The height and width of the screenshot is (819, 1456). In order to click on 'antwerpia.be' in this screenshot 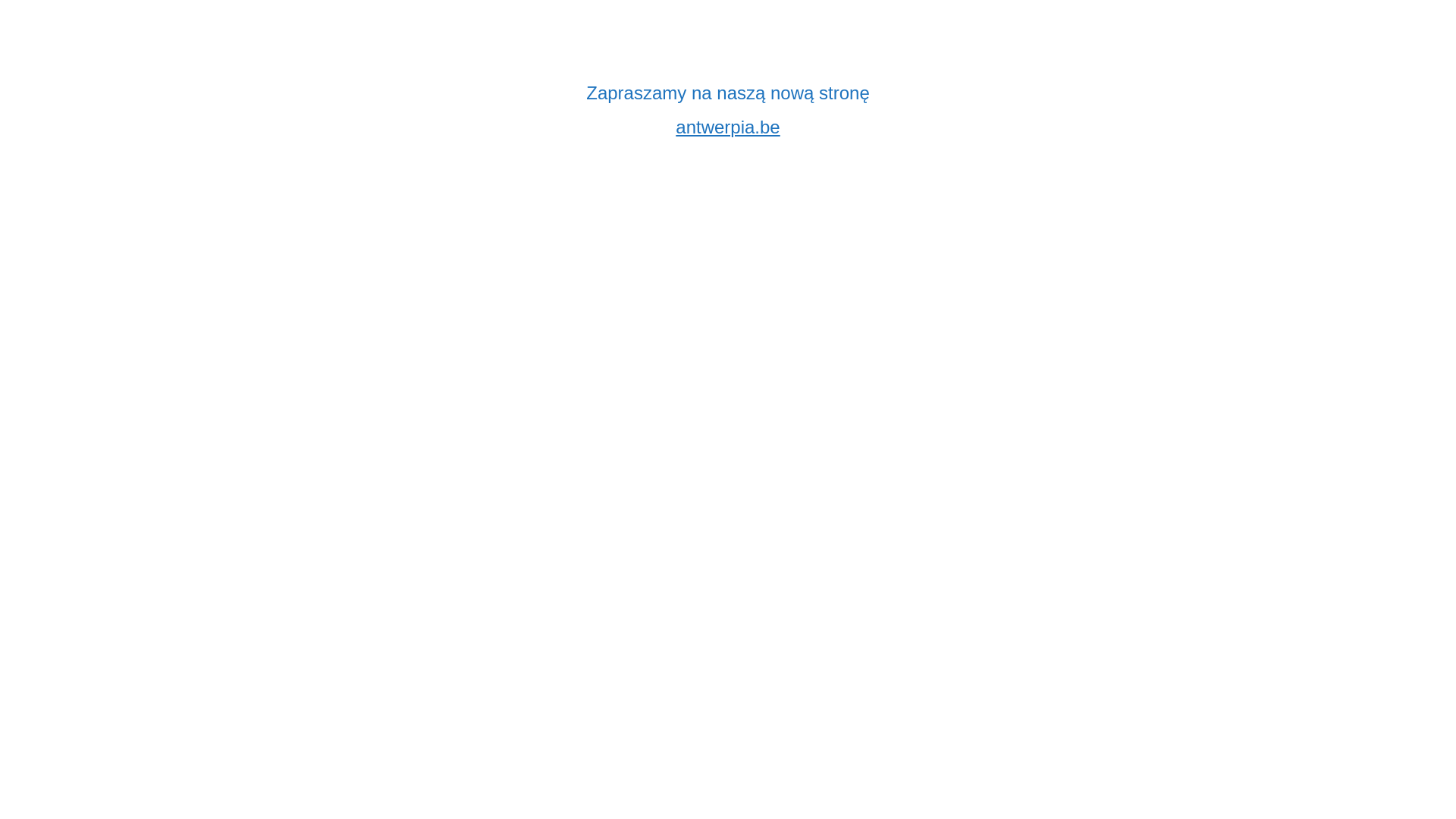, I will do `click(726, 126)`.